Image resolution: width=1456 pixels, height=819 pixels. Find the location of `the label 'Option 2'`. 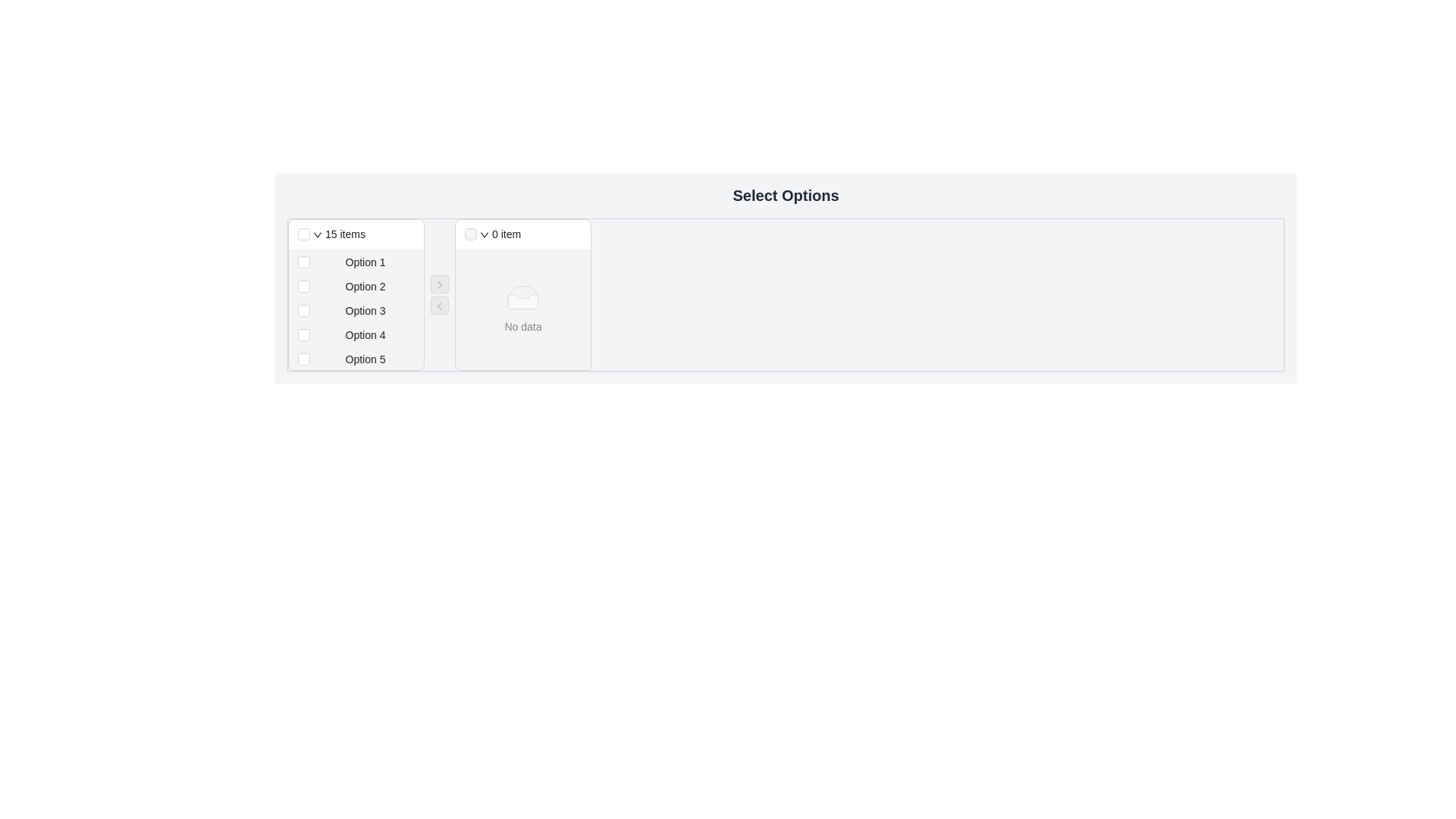

the label 'Option 2' is located at coordinates (356, 287).